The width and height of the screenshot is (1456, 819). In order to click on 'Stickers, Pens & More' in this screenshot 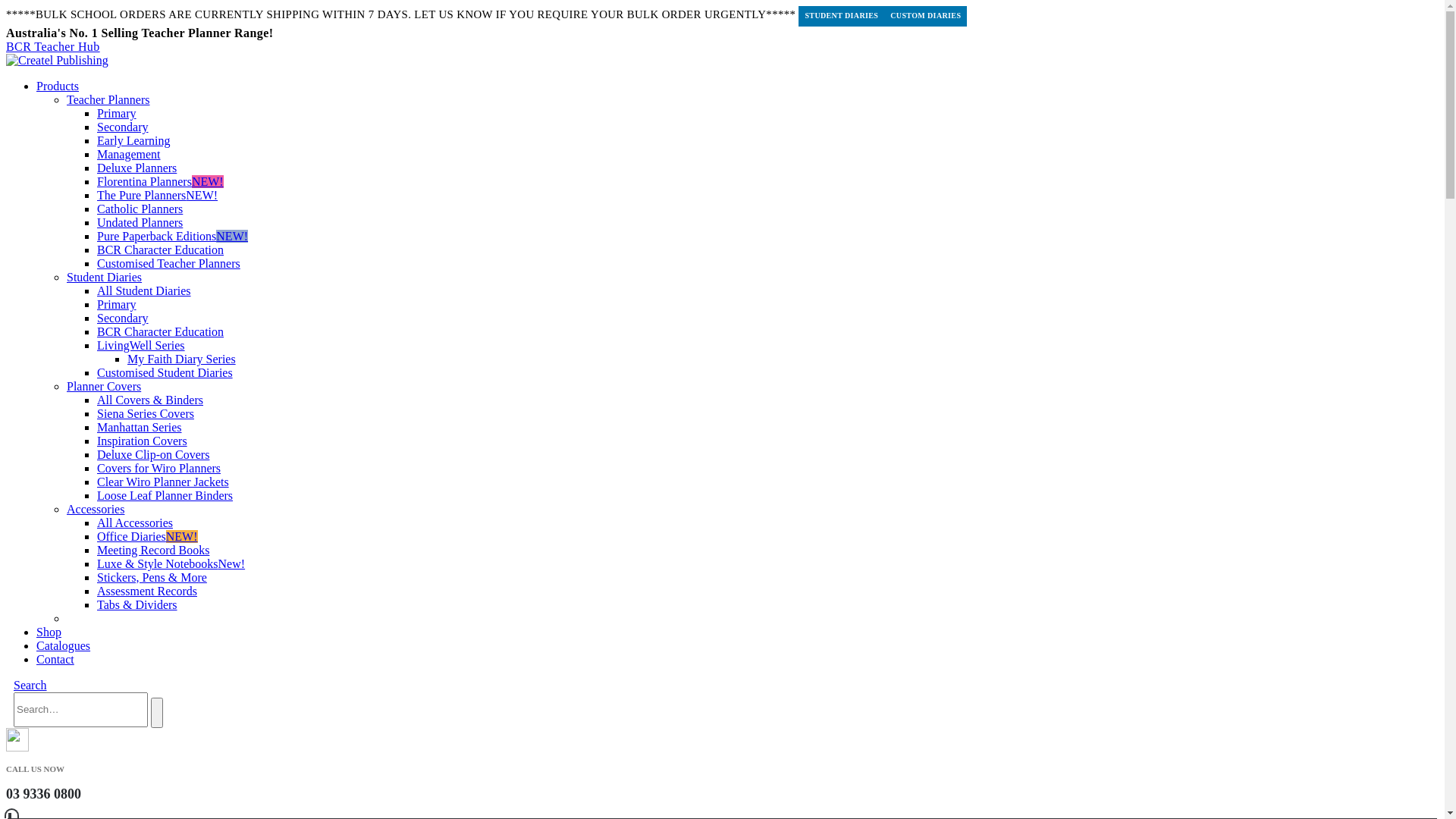, I will do `click(152, 577)`.